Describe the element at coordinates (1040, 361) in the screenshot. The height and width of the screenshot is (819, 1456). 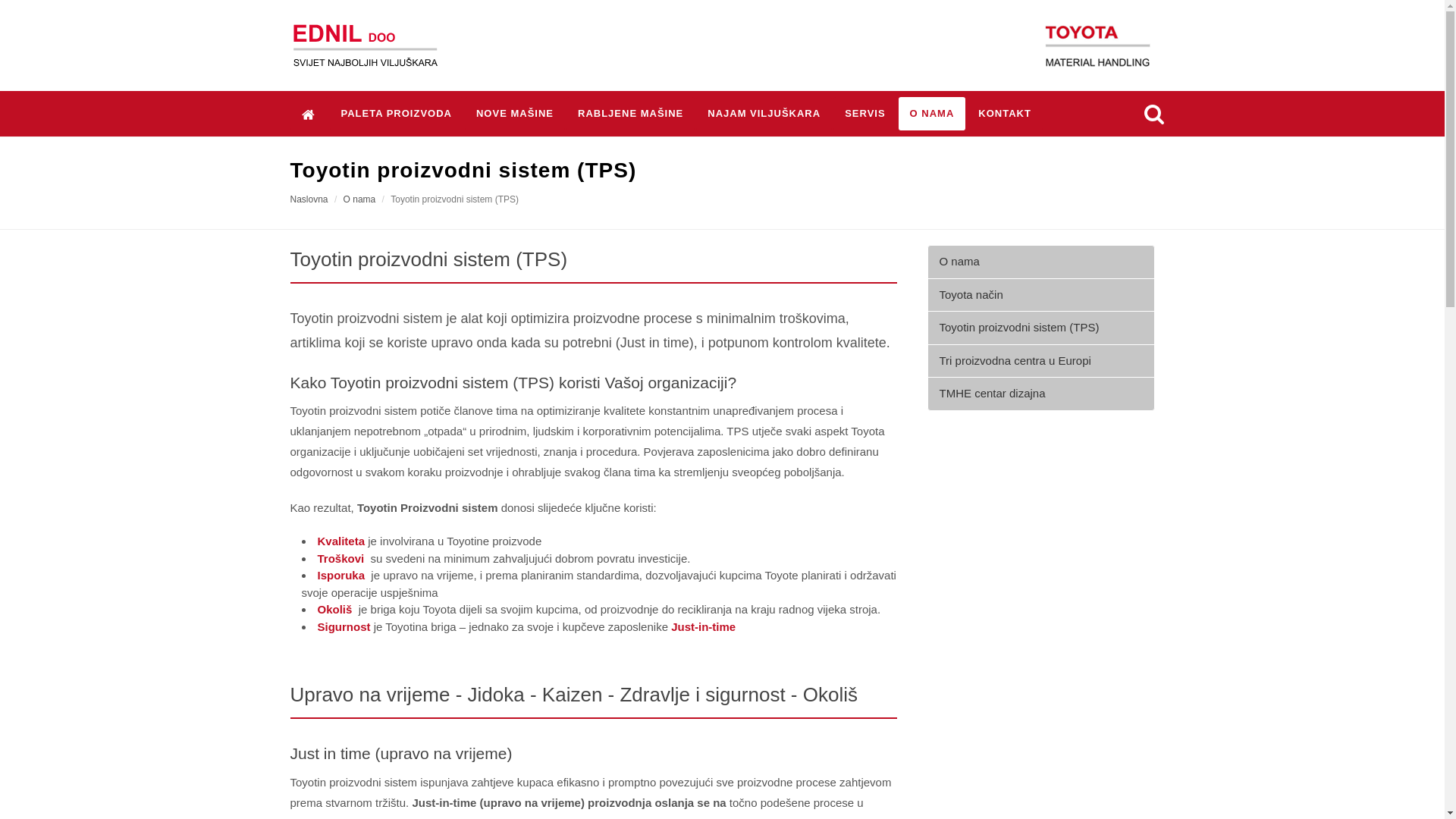
I see `'Tri proizvodna centra u Europi'` at that location.